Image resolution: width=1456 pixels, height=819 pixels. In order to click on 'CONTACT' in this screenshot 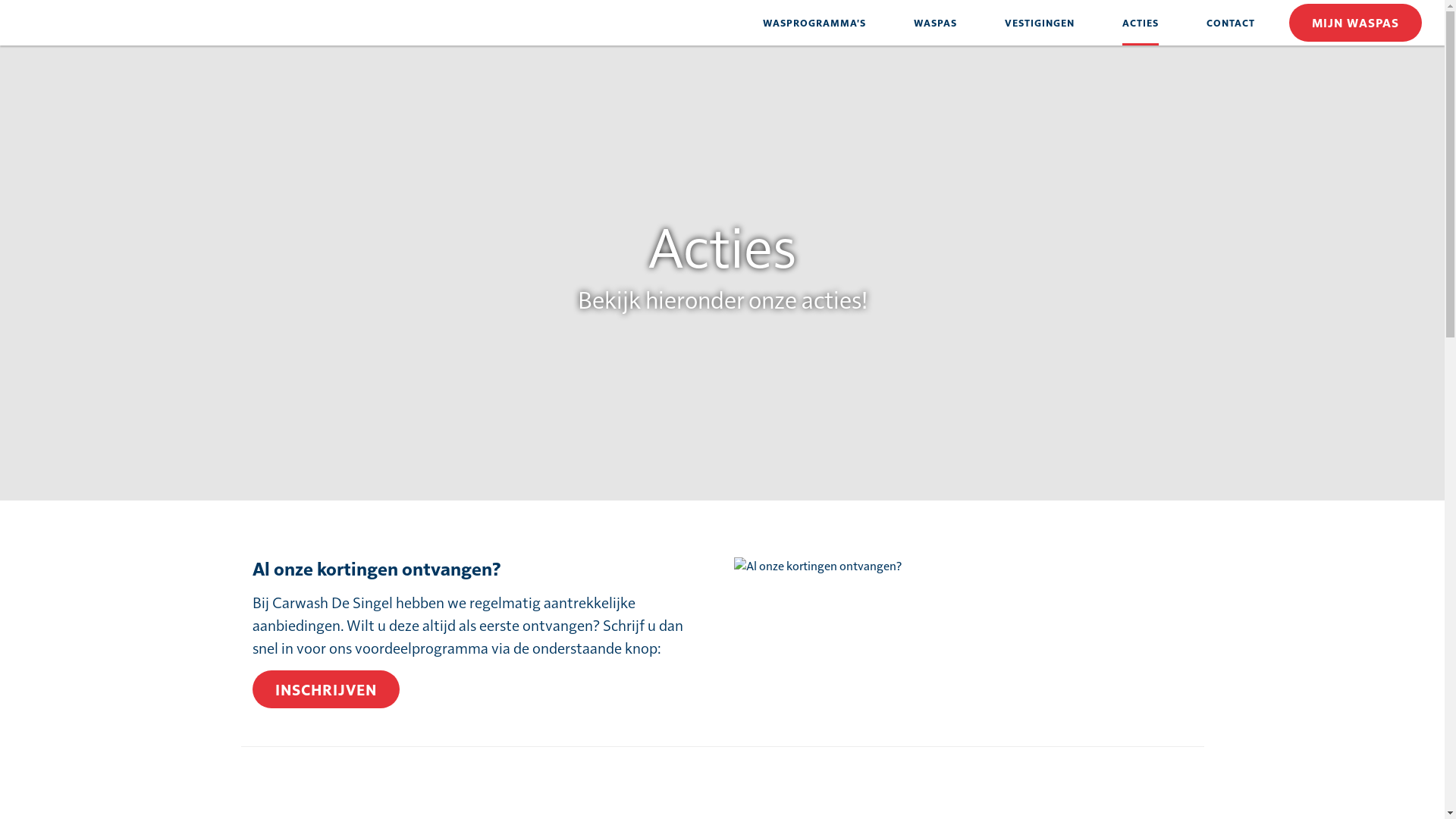, I will do `click(1230, 23)`.